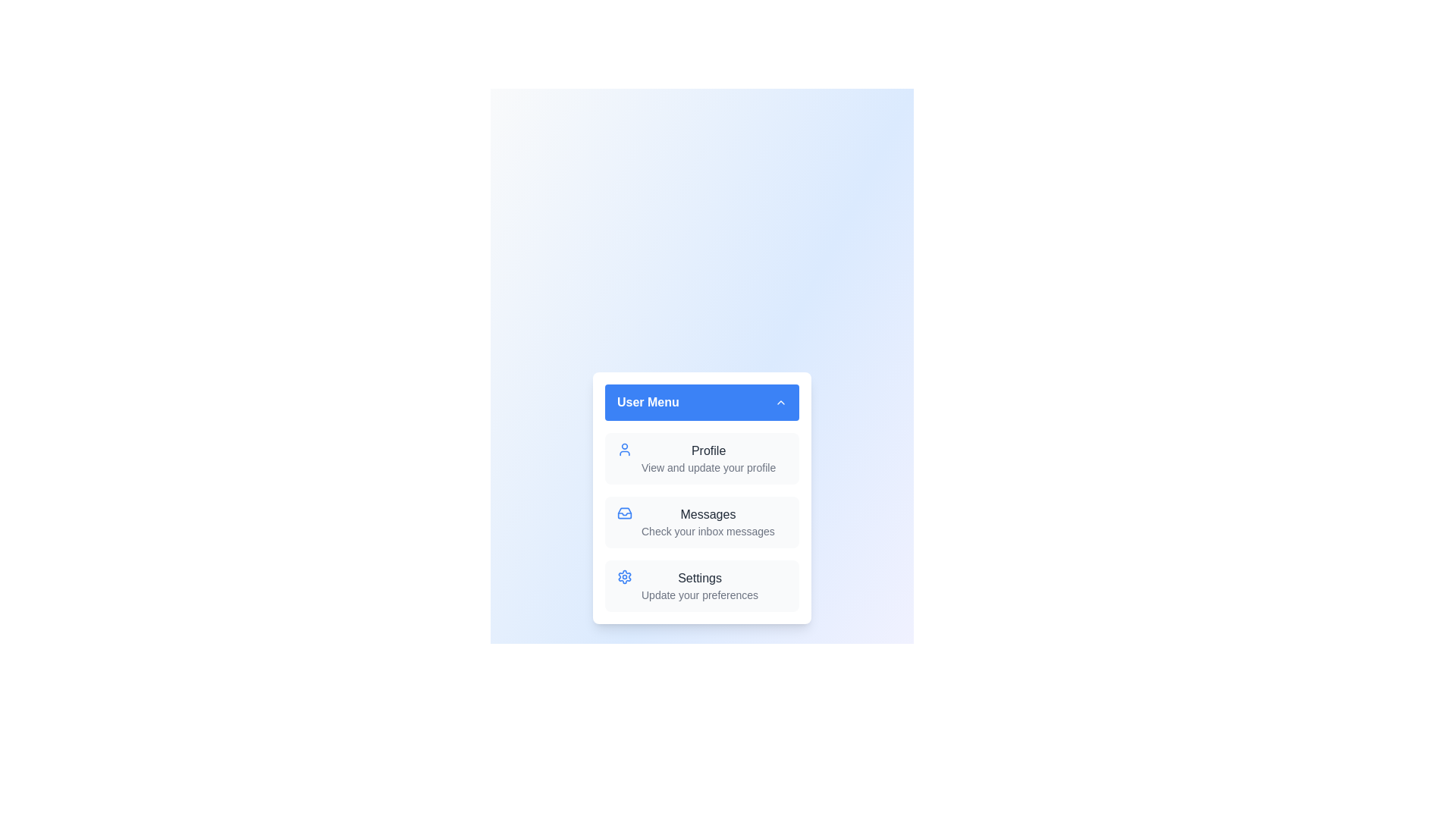 This screenshot has width=1456, height=819. What do you see at coordinates (701, 402) in the screenshot?
I see `the 'User Menu' button to toggle the menu open or closed` at bounding box center [701, 402].